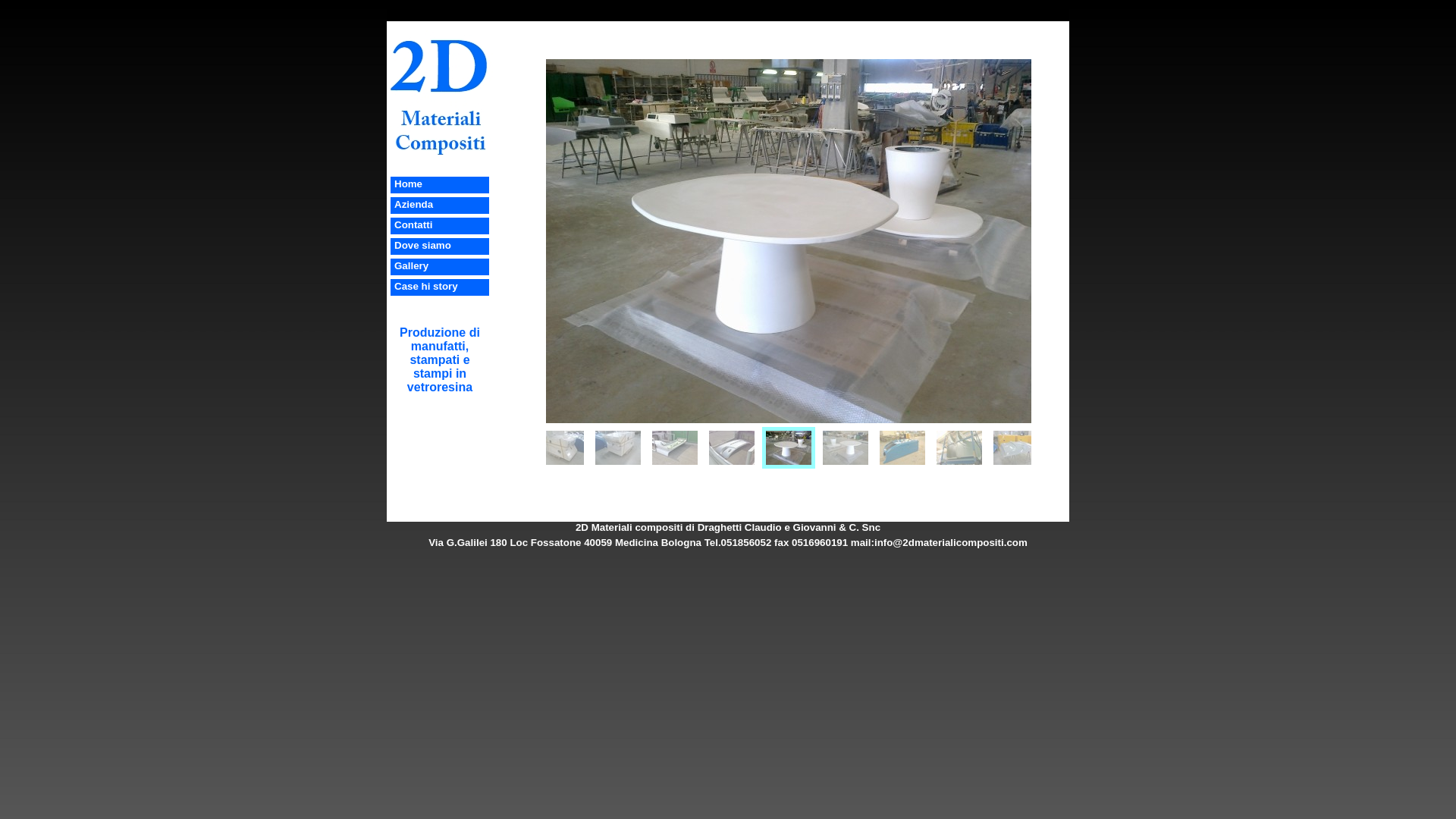  What do you see at coordinates (413, 203) in the screenshot?
I see `'Azienda'` at bounding box center [413, 203].